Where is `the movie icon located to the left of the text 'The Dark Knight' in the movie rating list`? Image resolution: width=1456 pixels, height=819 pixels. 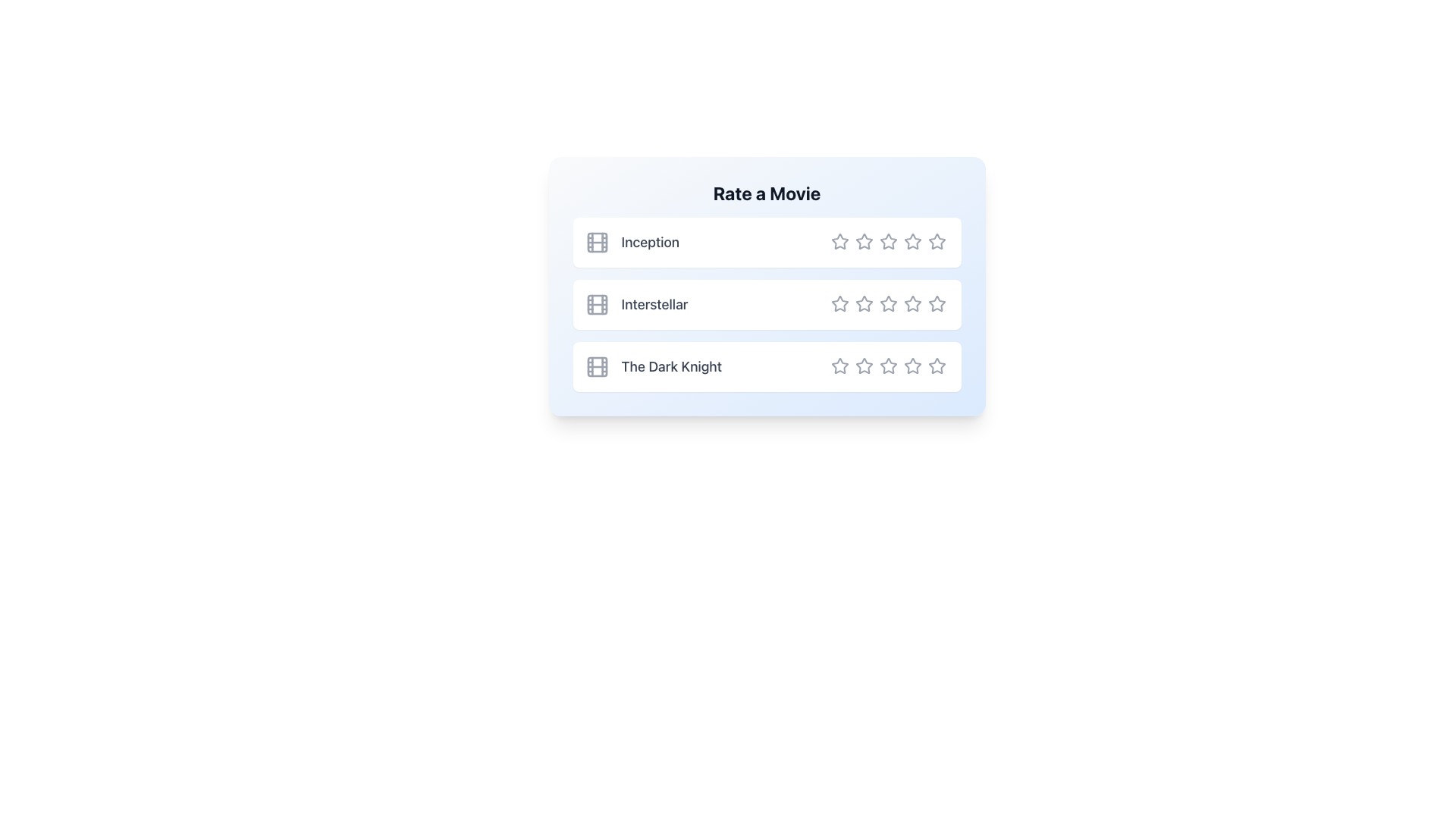 the movie icon located to the left of the text 'The Dark Knight' in the movie rating list is located at coordinates (596, 366).